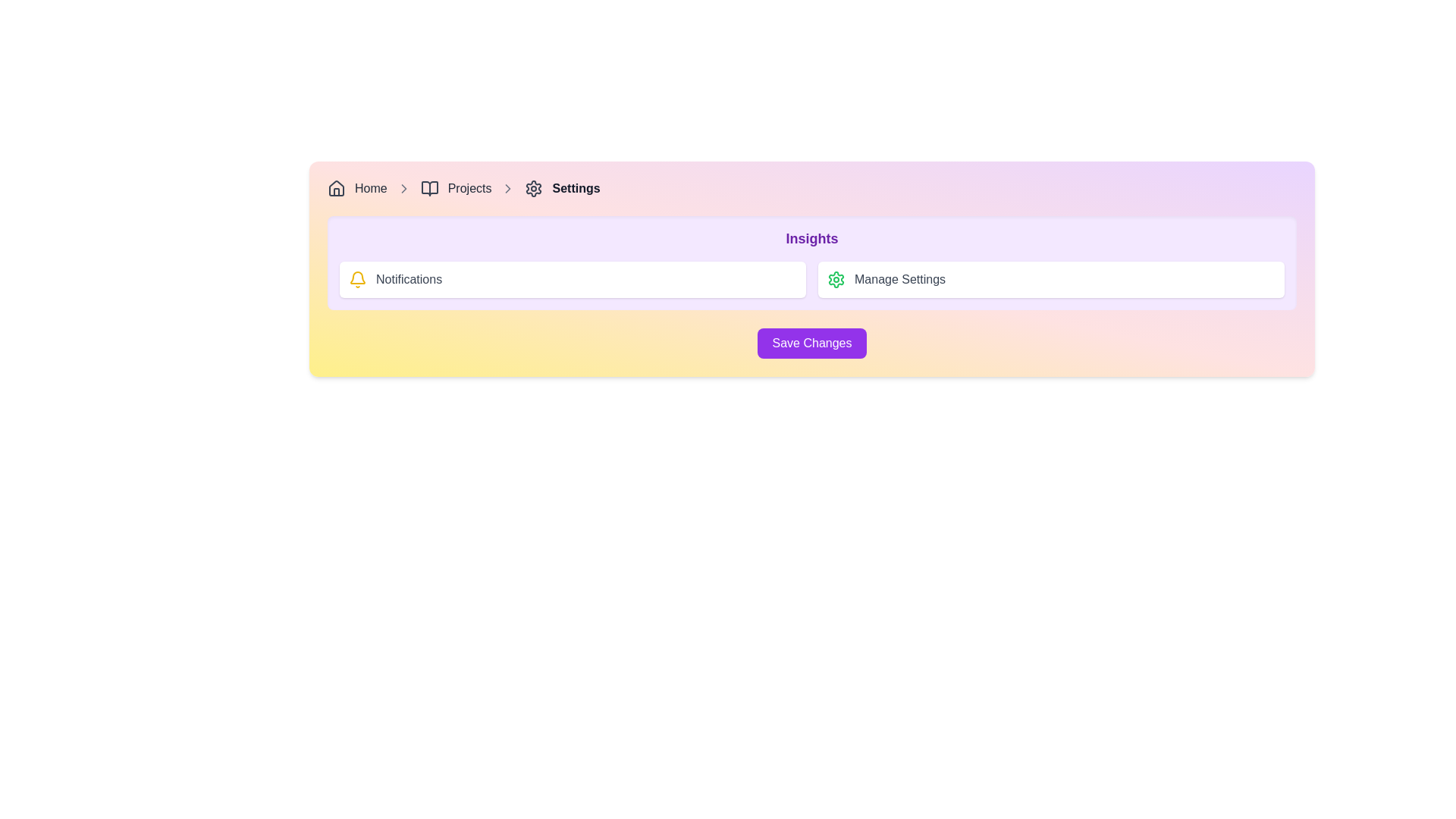 The image size is (1456, 819). Describe the element at coordinates (428, 188) in the screenshot. I see `the navigation icon for the 'Projects' section located in the top horizontal navigation bar, positioned between a chevron icon and the label text 'Projects'` at that location.